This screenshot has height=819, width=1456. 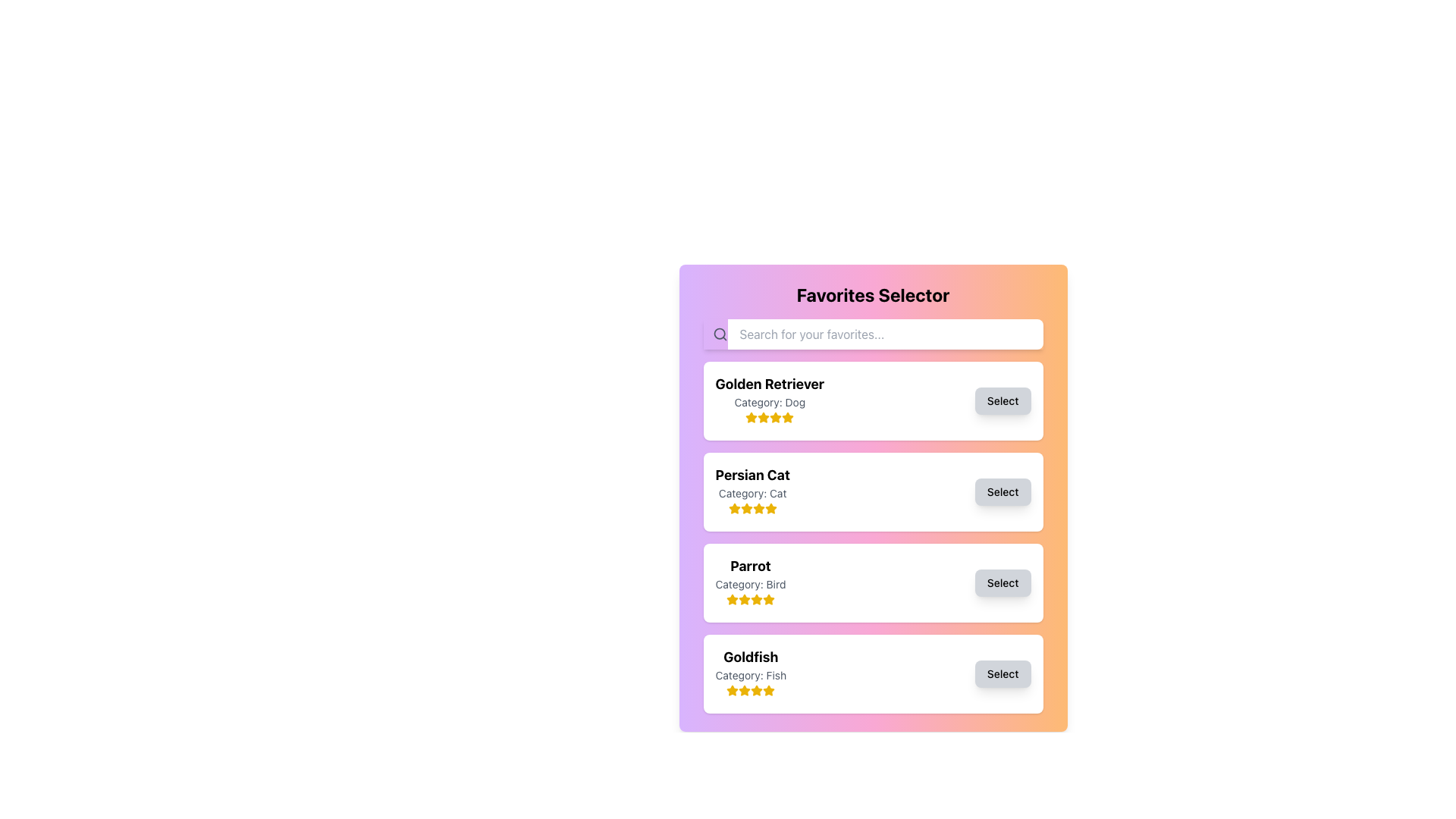 I want to click on the static text label 'Category: Cat' which is located below the title 'Persian Cat' and above the star rating section, so click(x=752, y=494).